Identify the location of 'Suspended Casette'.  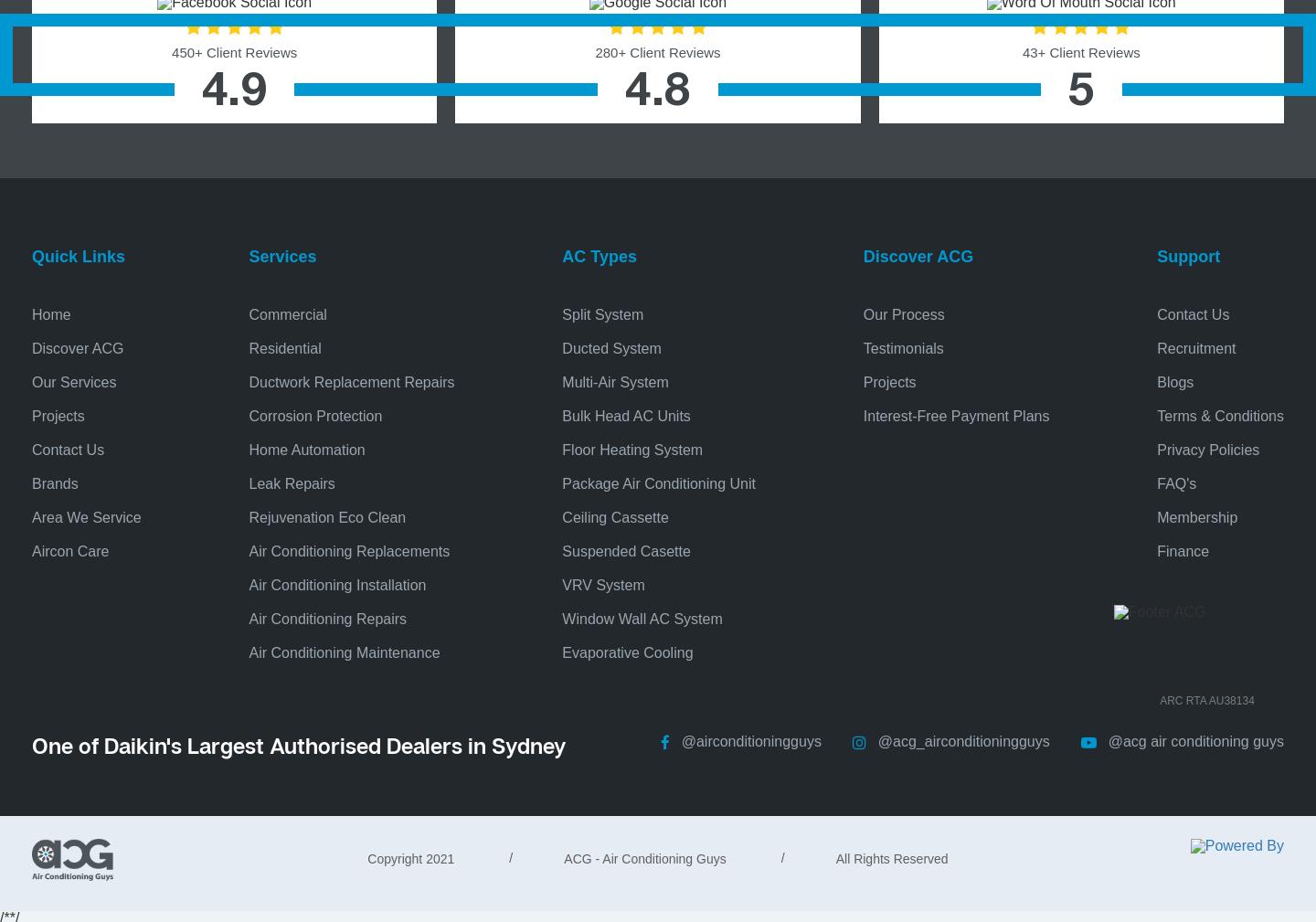
(626, 550).